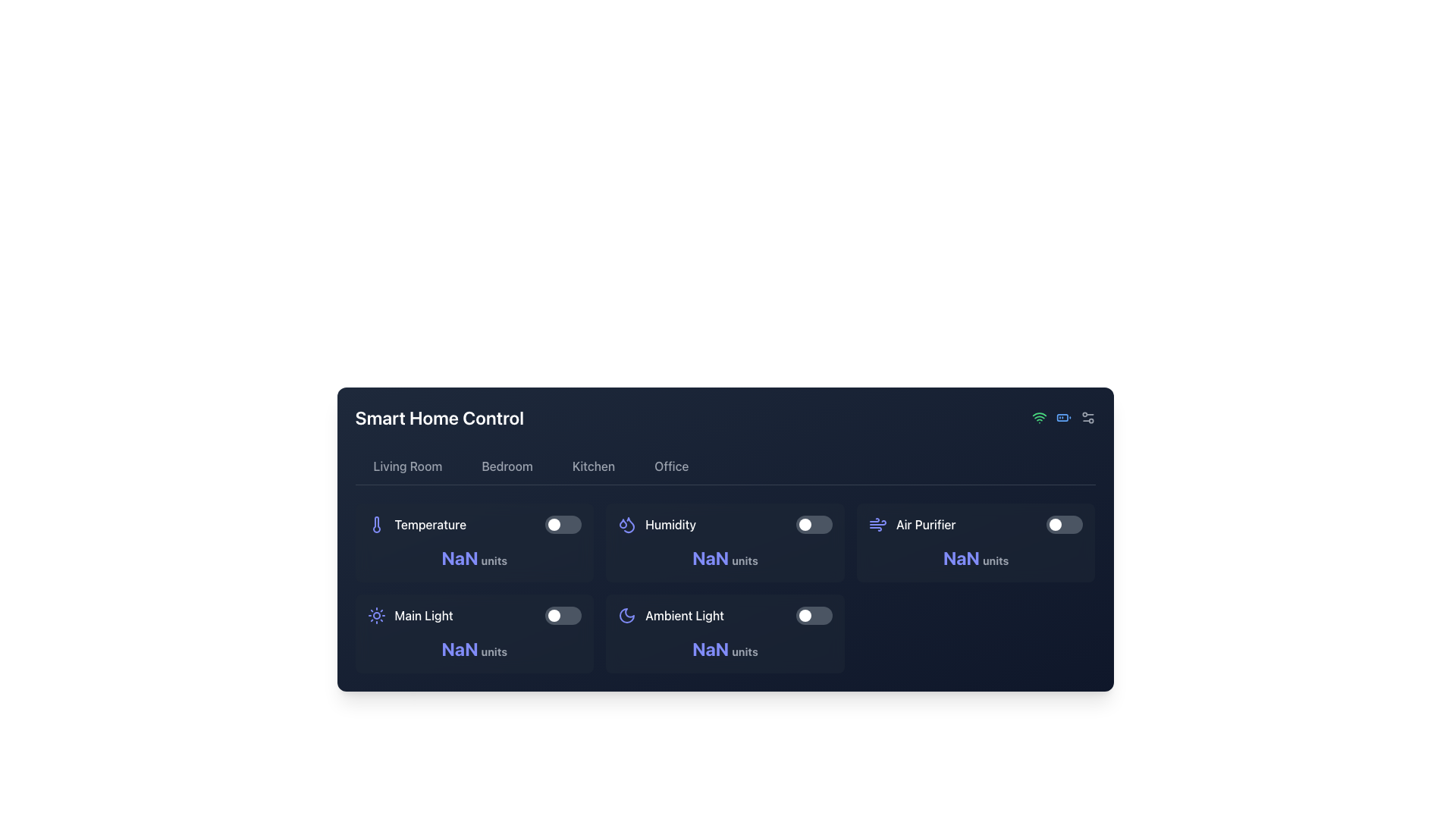  What do you see at coordinates (1064, 523) in the screenshot?
I see `the toggle switch for the 'Air Purifier' feature, located in the far right of its section adjacent to the label 'Air Purifier'` at bounding box center [1064, 523].